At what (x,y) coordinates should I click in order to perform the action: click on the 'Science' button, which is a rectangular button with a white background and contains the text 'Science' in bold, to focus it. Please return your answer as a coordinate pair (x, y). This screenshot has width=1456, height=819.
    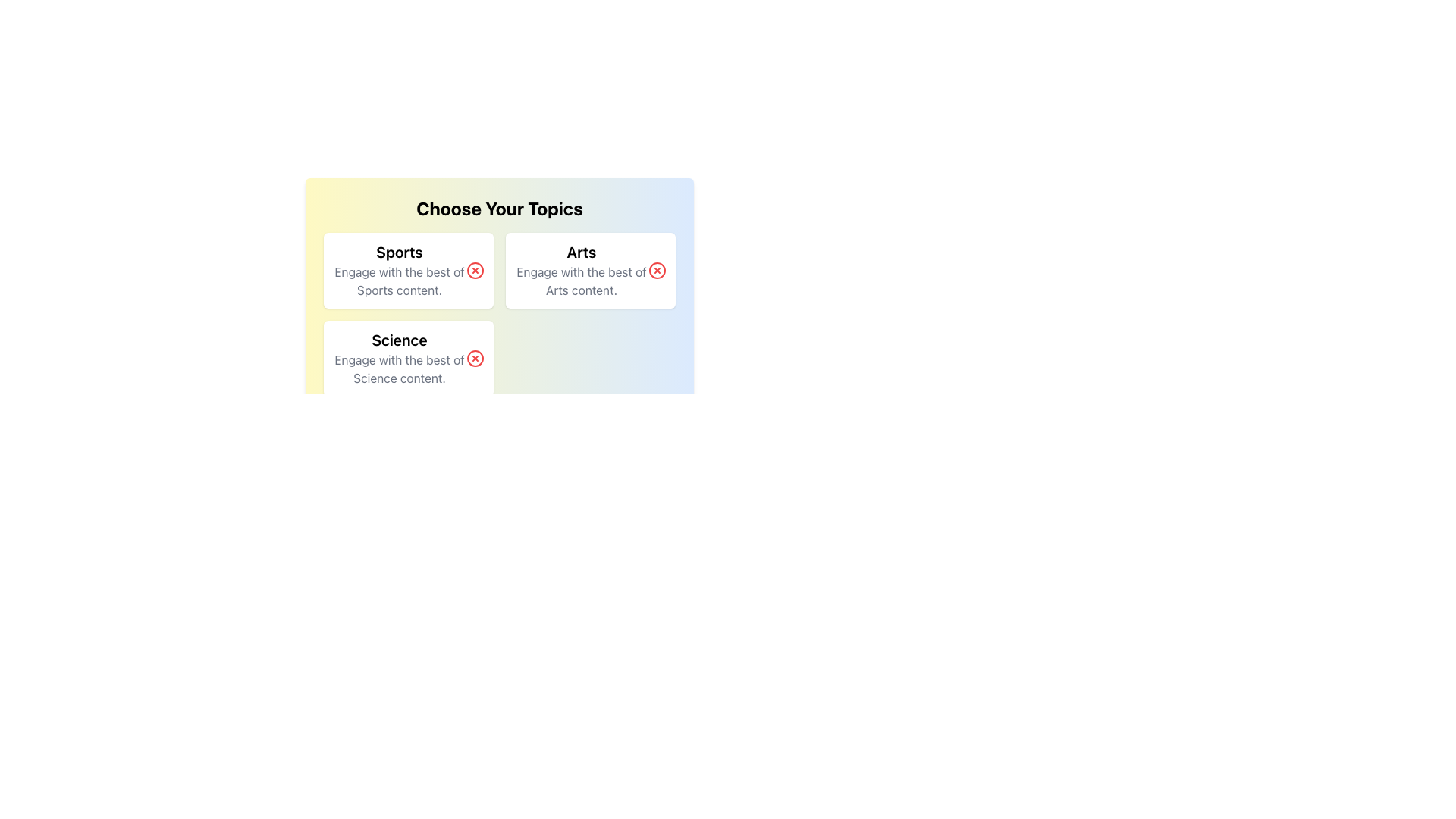
    Looking at the image, I should click on (408, 359).